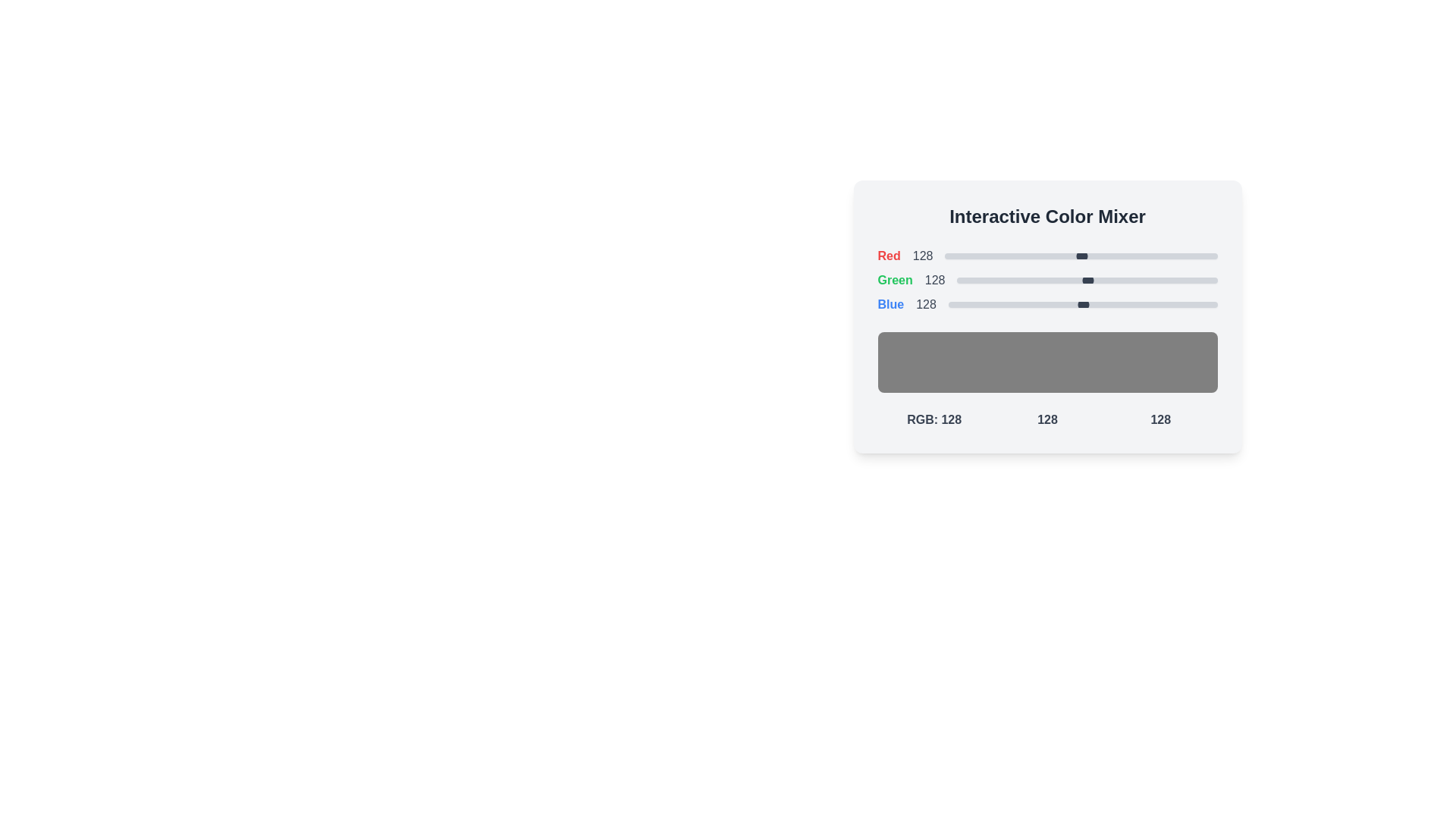  Describe the element at coordinates (922, 256) in the screenshot. I see `the static text display showing the numeric value '128' in gray color, associated with the label 'Red' in the color mixer interface` at that location.